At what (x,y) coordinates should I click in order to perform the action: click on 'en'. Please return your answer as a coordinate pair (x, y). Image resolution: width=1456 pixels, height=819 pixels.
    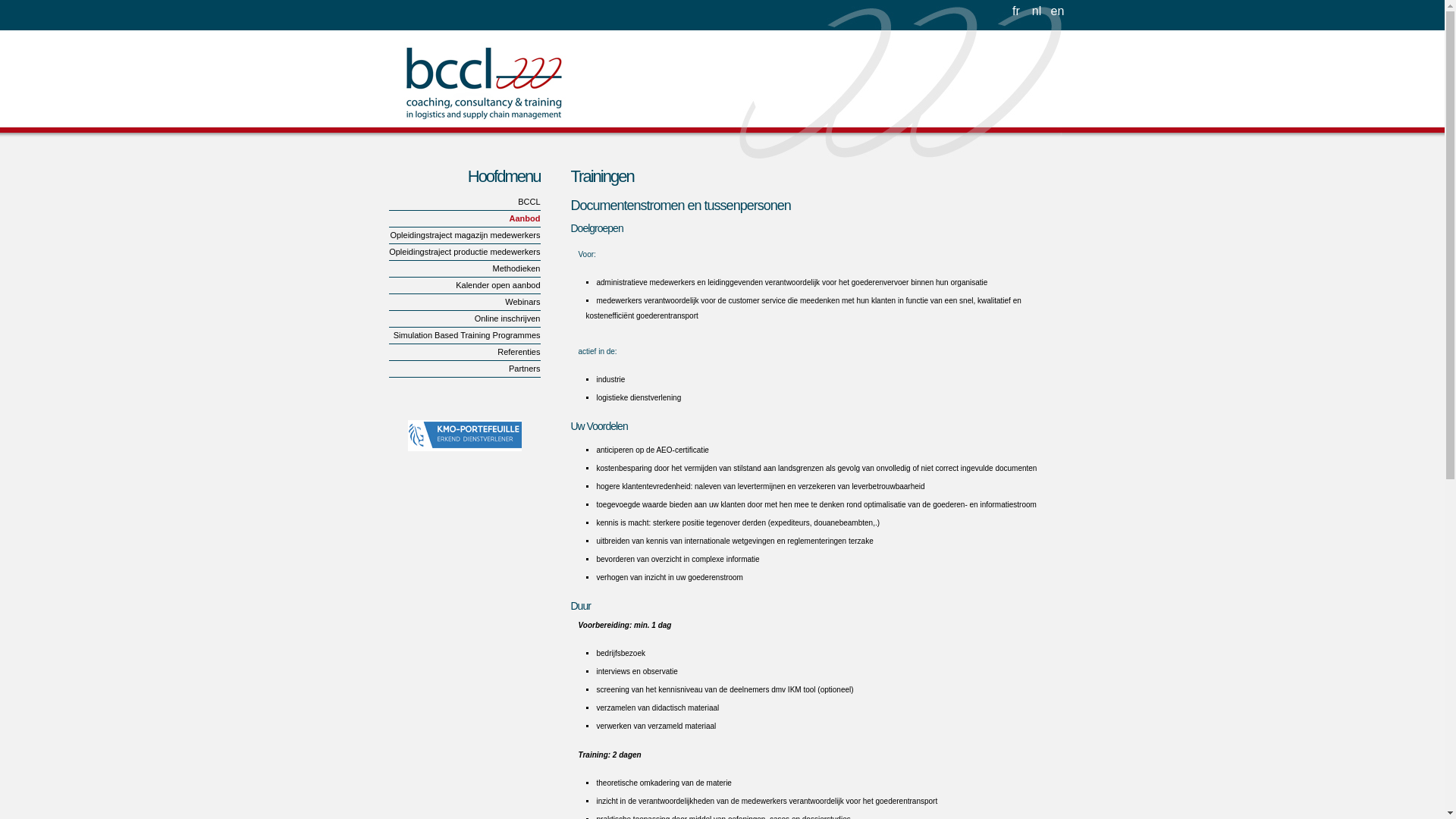
    Looking at the image, I should click on (1056, 9).